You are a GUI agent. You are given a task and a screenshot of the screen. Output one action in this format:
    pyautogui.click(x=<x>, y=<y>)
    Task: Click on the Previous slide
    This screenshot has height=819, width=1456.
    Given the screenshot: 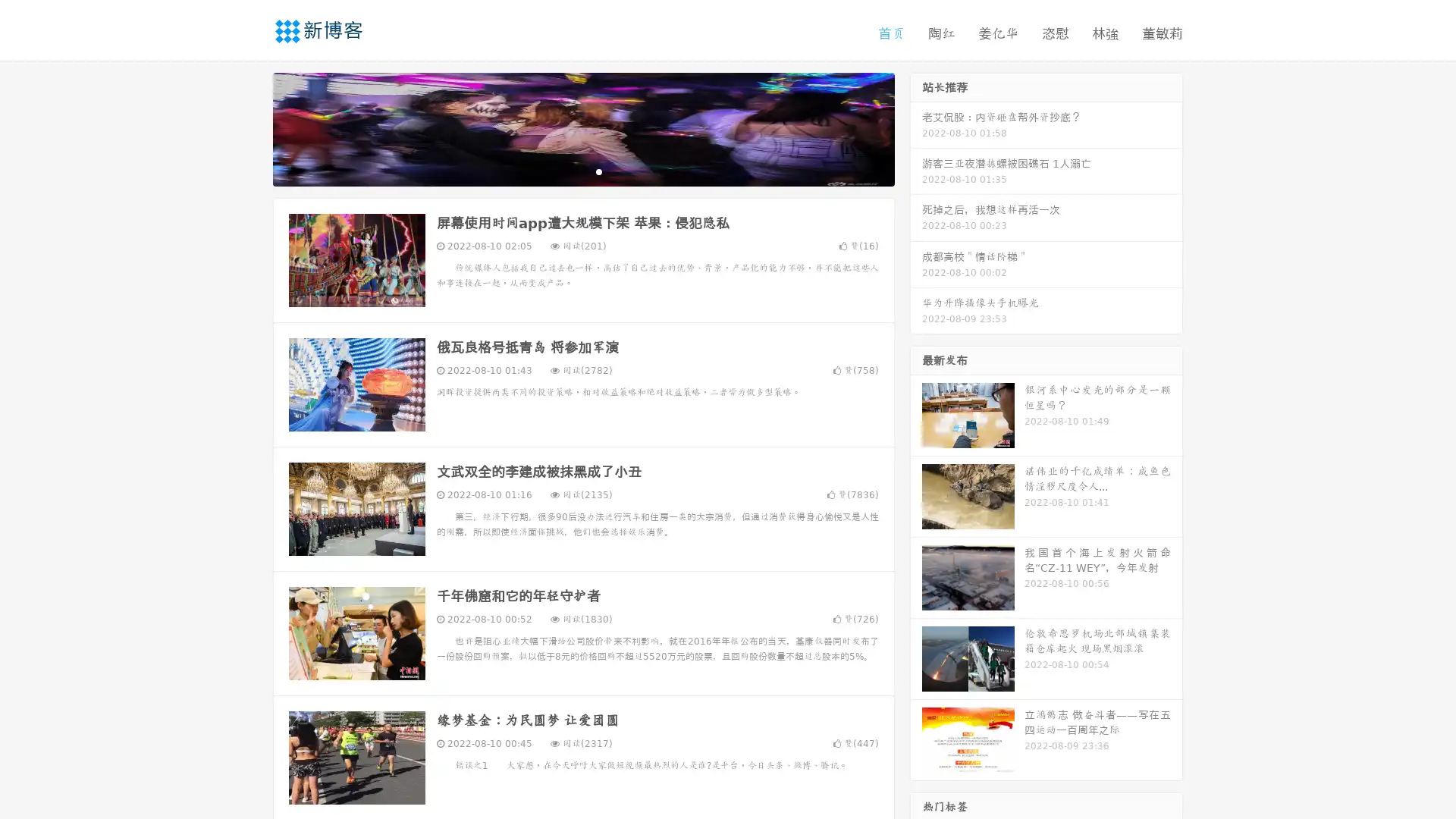 What is the action you would take?
    pyautogui.click(x=250, y=127)
    